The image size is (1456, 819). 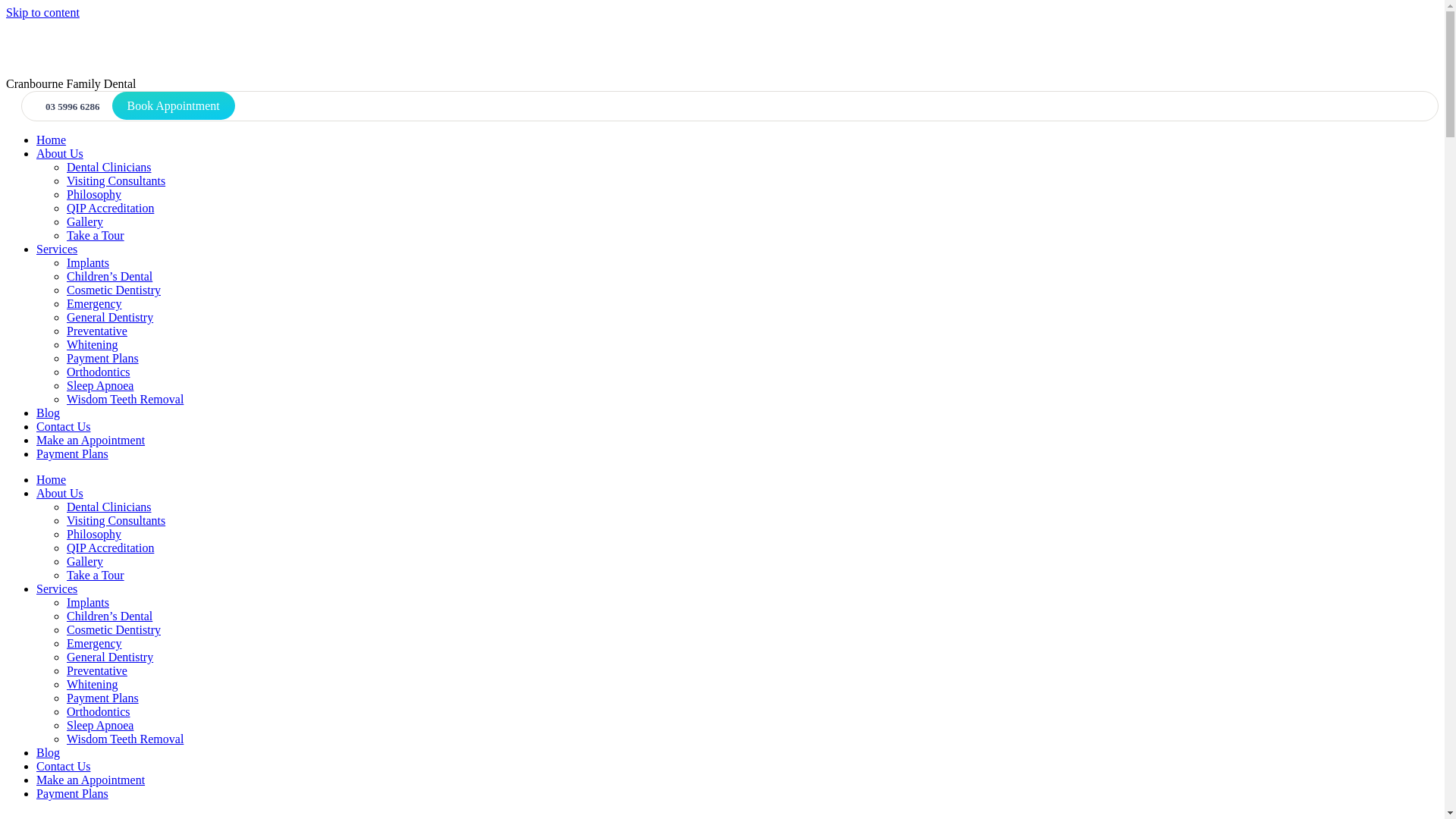 What do you see at coordinates (42, 12) in the screenshot?
I see `'Skip to content'` at bounding box center [42, 12].